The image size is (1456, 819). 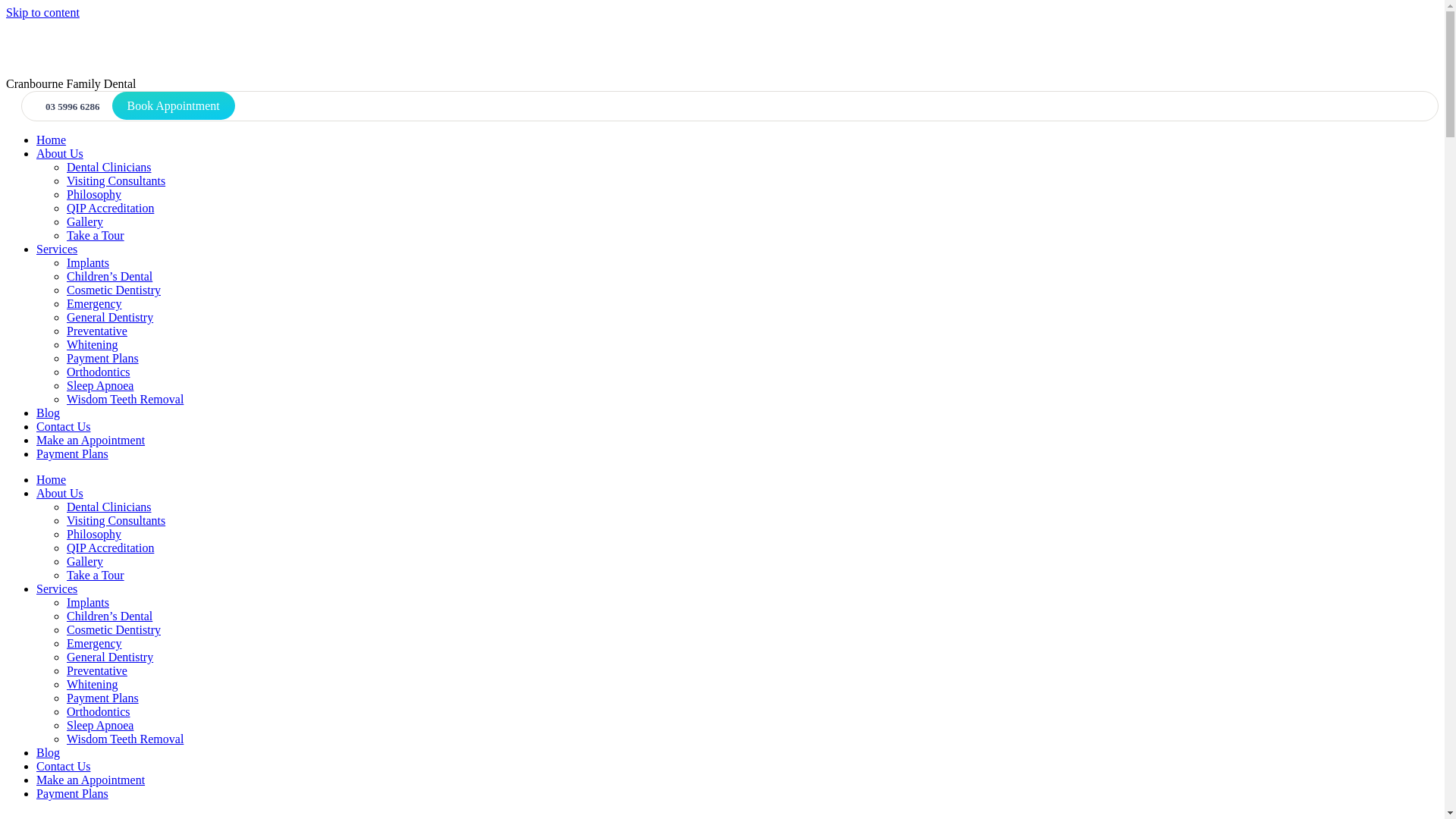 What do you see at coordinates (42, 12) in the screenshot?
I see `'Skip to content'` at bounding box center [42, 12].